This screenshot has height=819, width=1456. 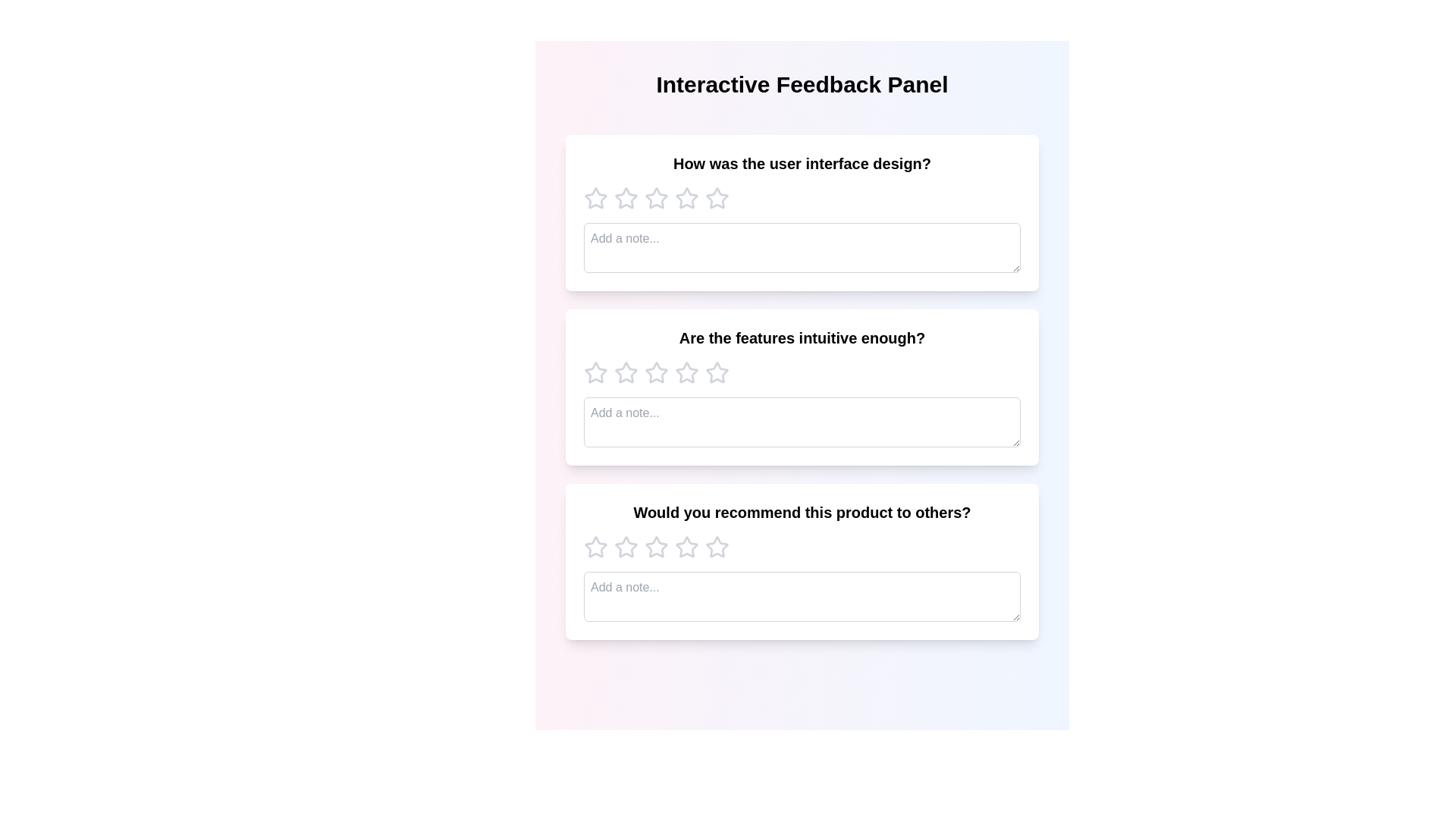 I want to click on the rating for a feedback prompt to 4 stars, so click(x=686, y=198).